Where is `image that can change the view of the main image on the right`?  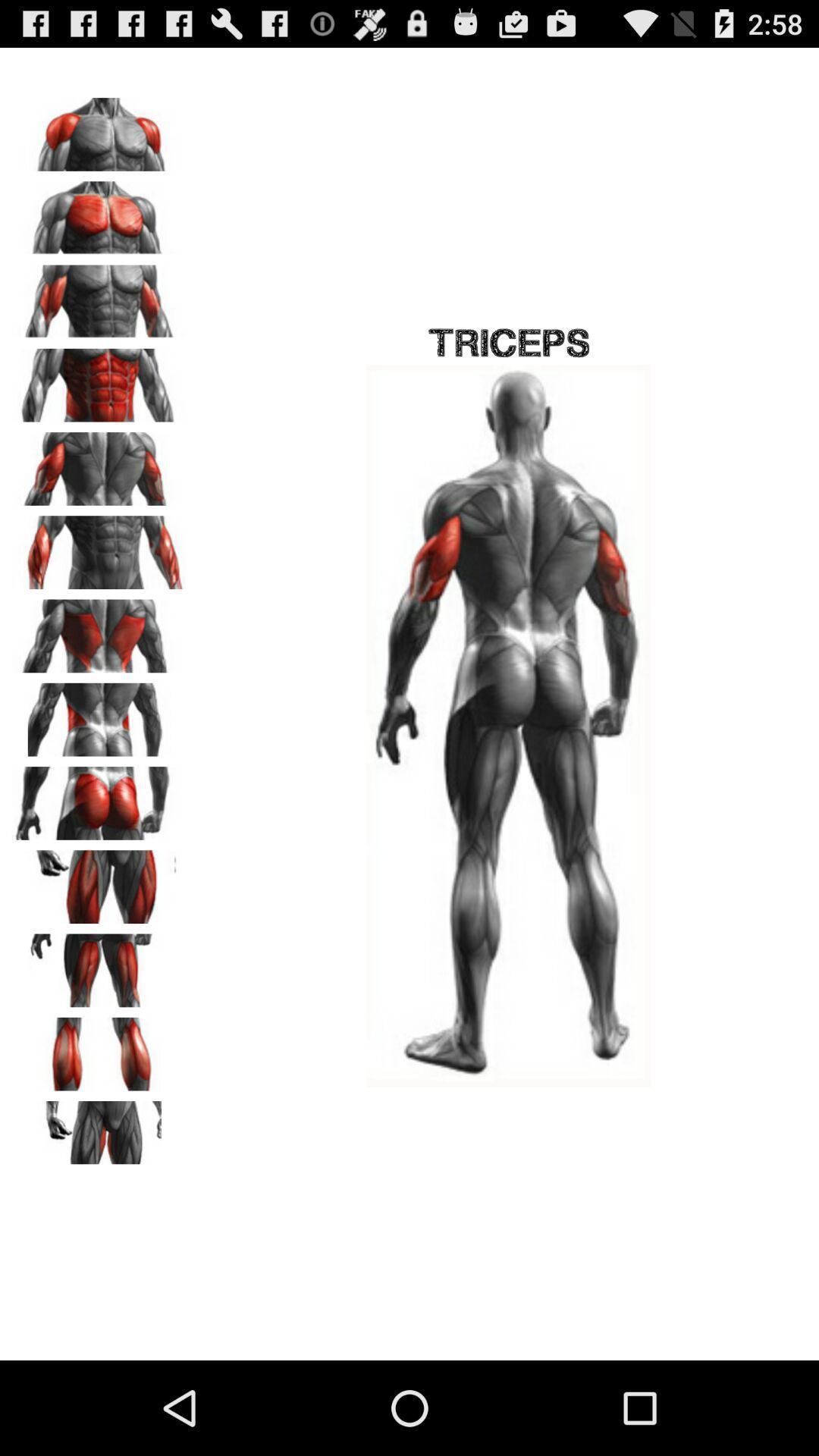 image that can change the view of the main image on the right is located at coordinates (99, 631).